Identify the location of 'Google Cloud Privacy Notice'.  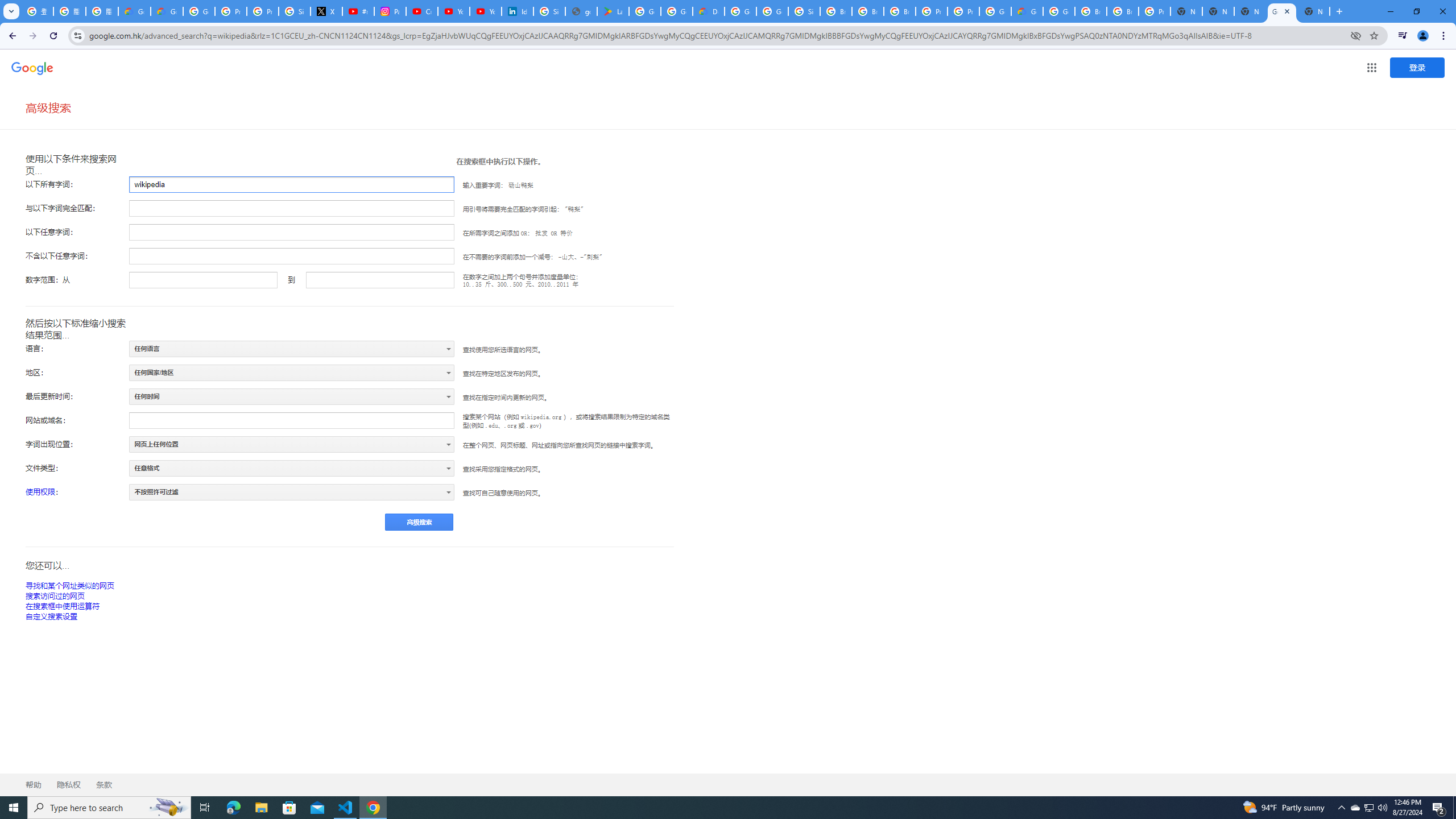
(167, 11).